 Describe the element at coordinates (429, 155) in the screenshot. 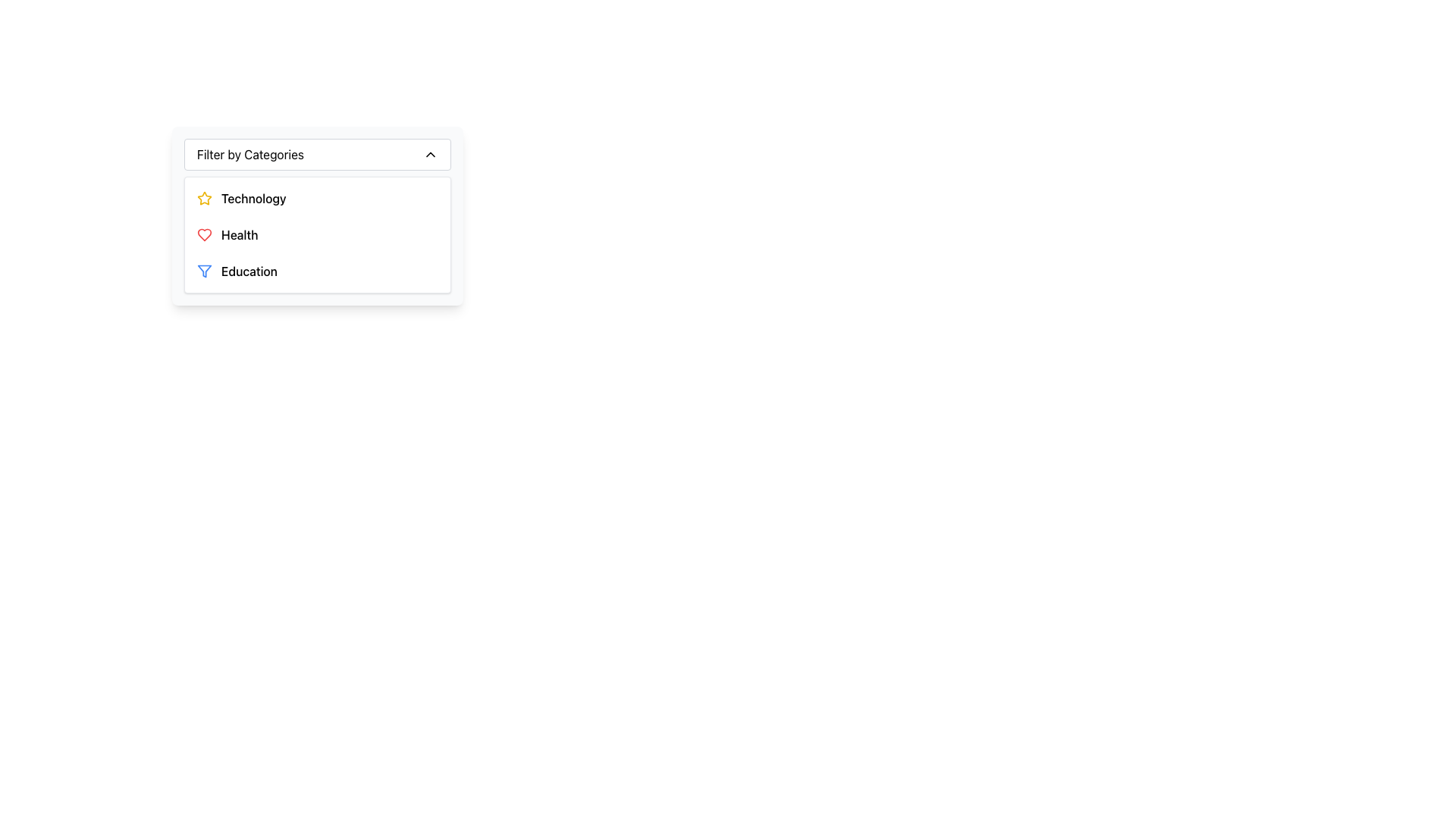

I see `the Chevron Up icon located at the far right side of the 'Filter by Categories' label` at that location.